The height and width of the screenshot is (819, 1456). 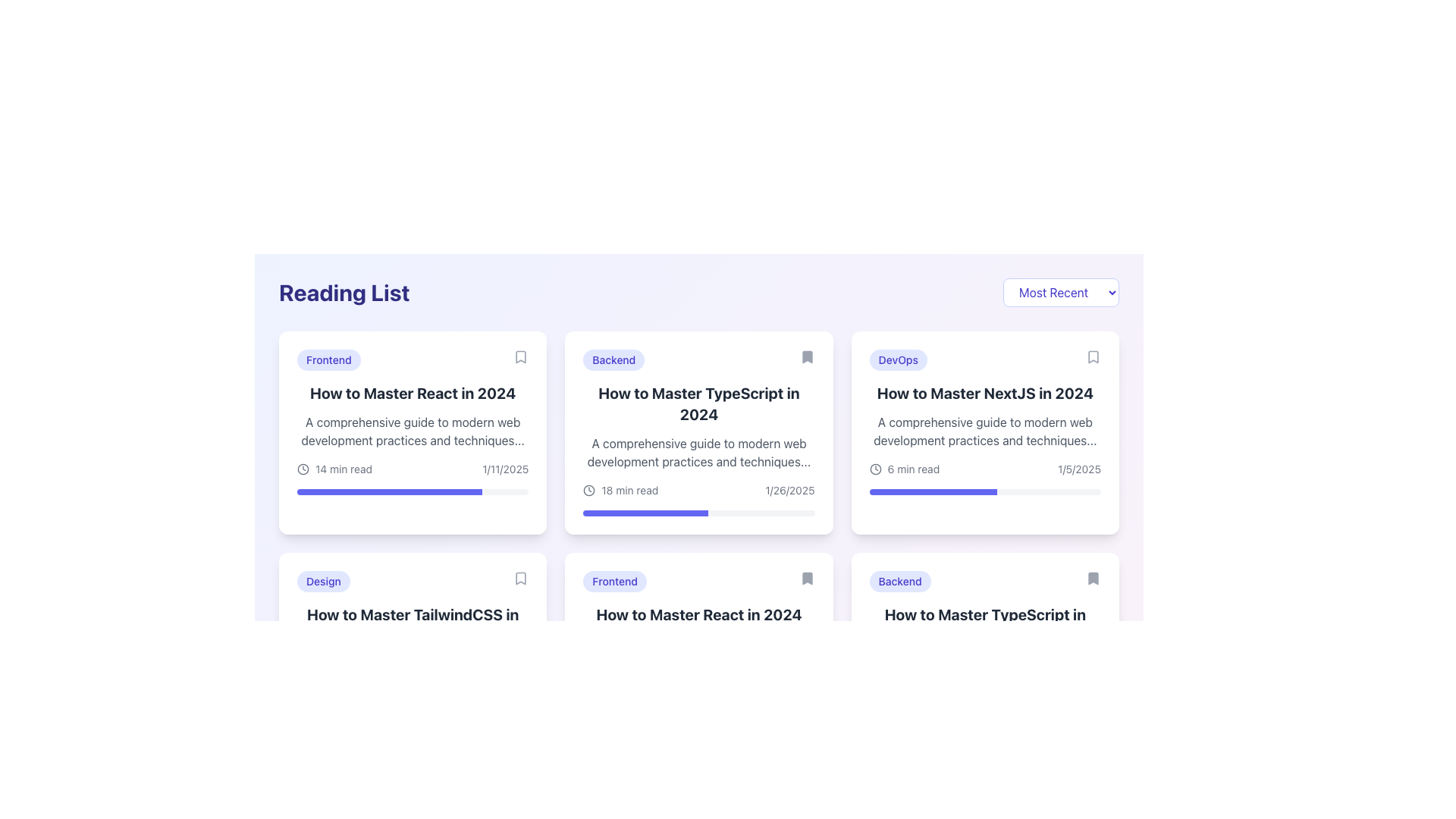 I want to click on the bookmark icon located in the top-right corner of the 'How to Master React in 2024' card in the 'Reading List' section, so click(x=521, y=356).